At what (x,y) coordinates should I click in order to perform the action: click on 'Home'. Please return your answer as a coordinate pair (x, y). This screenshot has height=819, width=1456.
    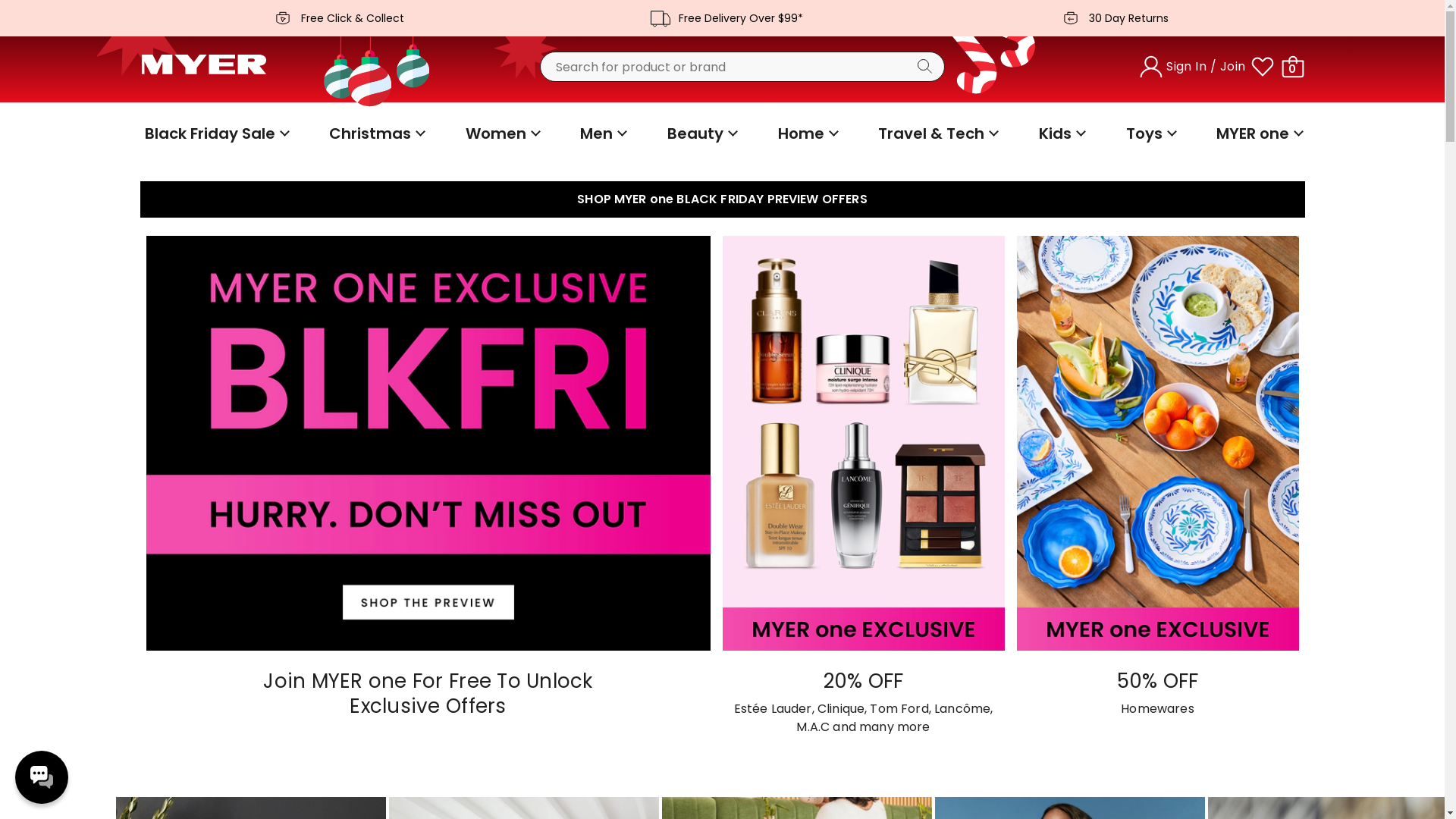
    Looking at the image, I should click on (773, 133).